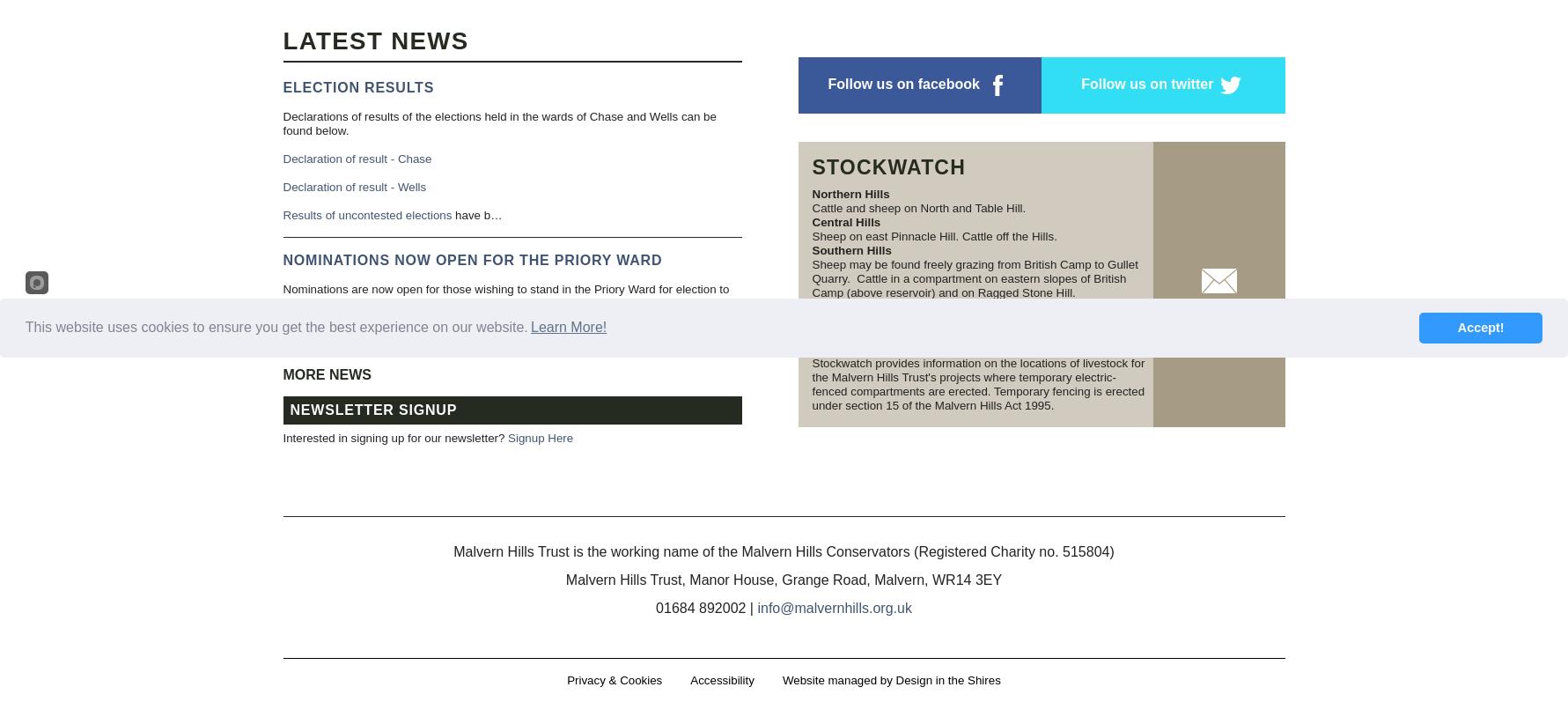 This screenshot has height=702, width=1568. What do you see at coordinates (472, 260) in the screenshot?
I see `'Nominations now open for the Priory Ward'` at bounding box center [472, 260].